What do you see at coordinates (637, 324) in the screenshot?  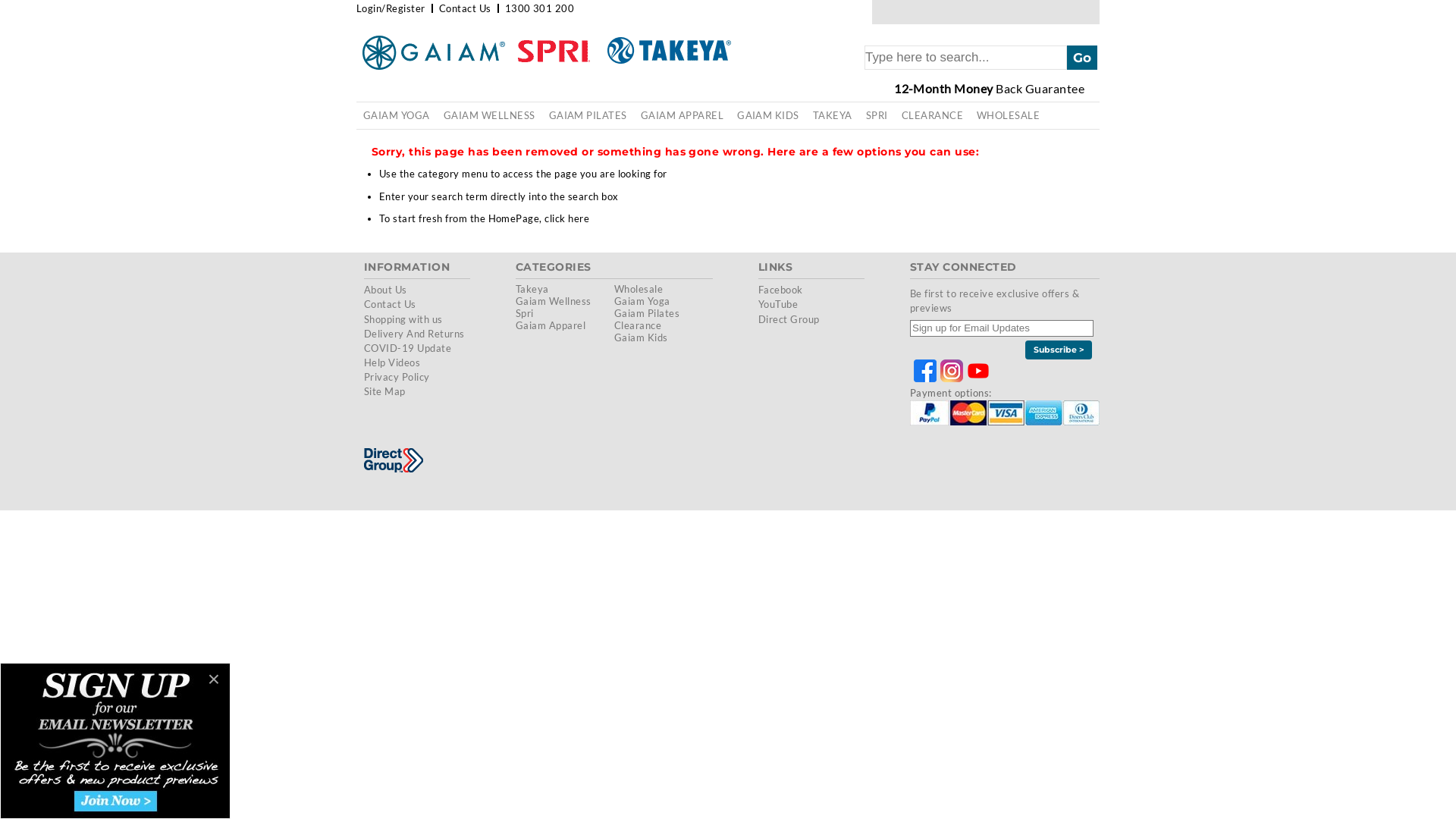 I see `'Clearance'` at bounding box center [637, 324].